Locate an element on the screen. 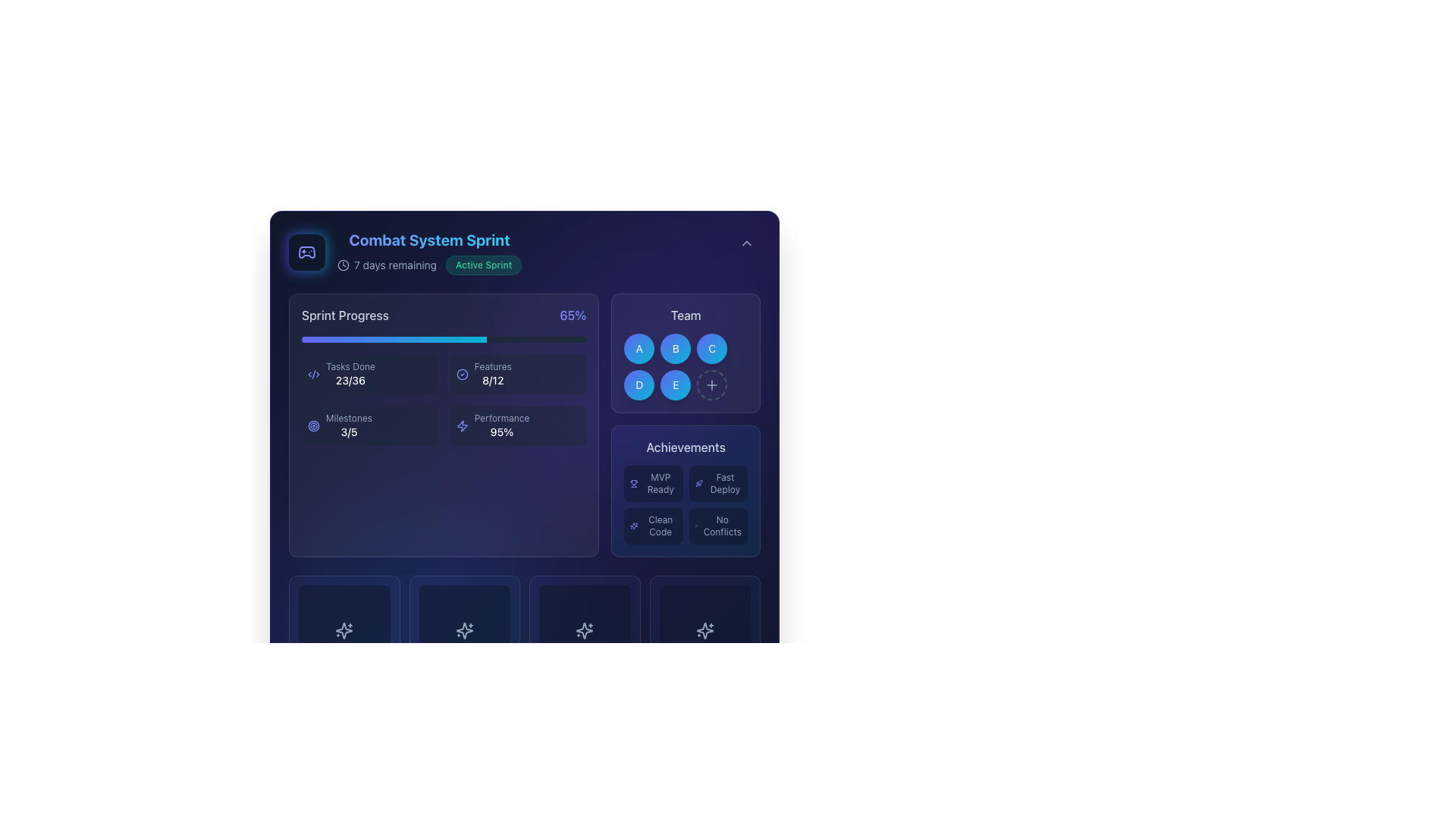  the 'No Conflicts' informational button, which is a rectangular button with rounded corners, dark blue background, light text, an icon resembling a branch, located in the Achievements section of the interface is located at coordinates (717, 526).